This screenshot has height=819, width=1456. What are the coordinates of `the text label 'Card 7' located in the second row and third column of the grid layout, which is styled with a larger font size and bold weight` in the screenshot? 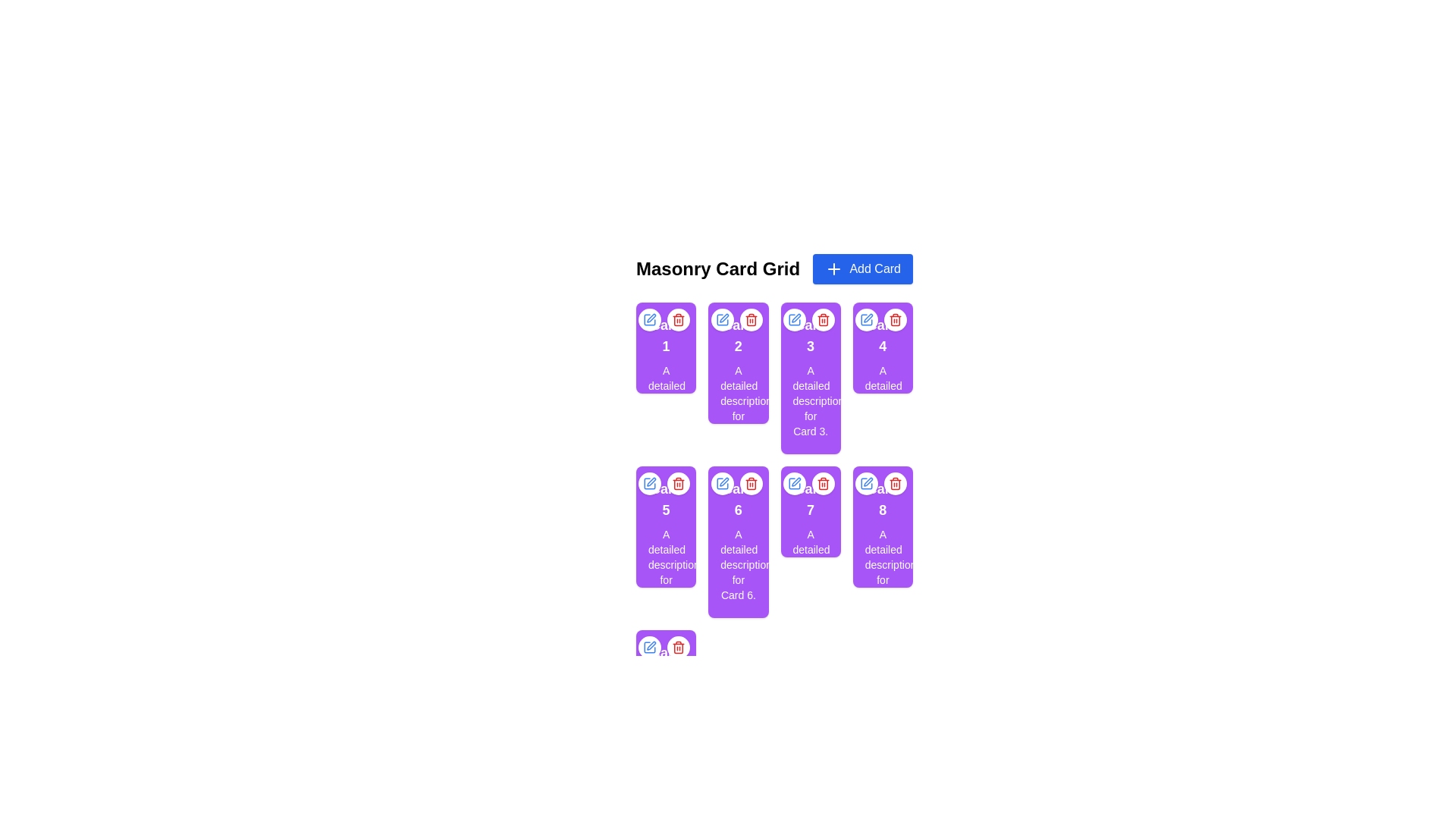 It's located at (810, 500).